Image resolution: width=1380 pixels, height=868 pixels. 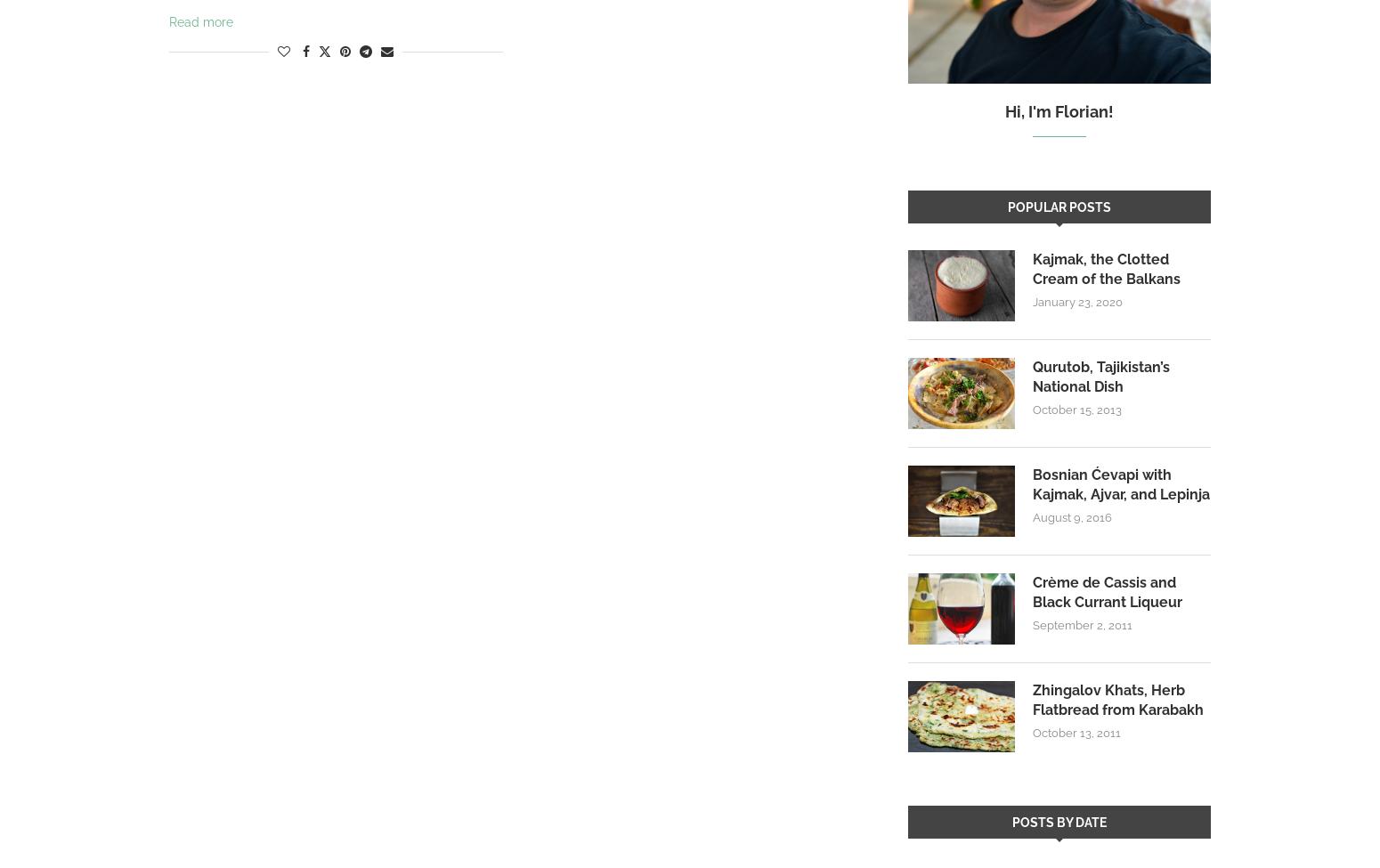 I want to click on 'Bosnian Ćevapi with Kajmak, Ajvar, and Lepinja', so click(x=1120, y=483).